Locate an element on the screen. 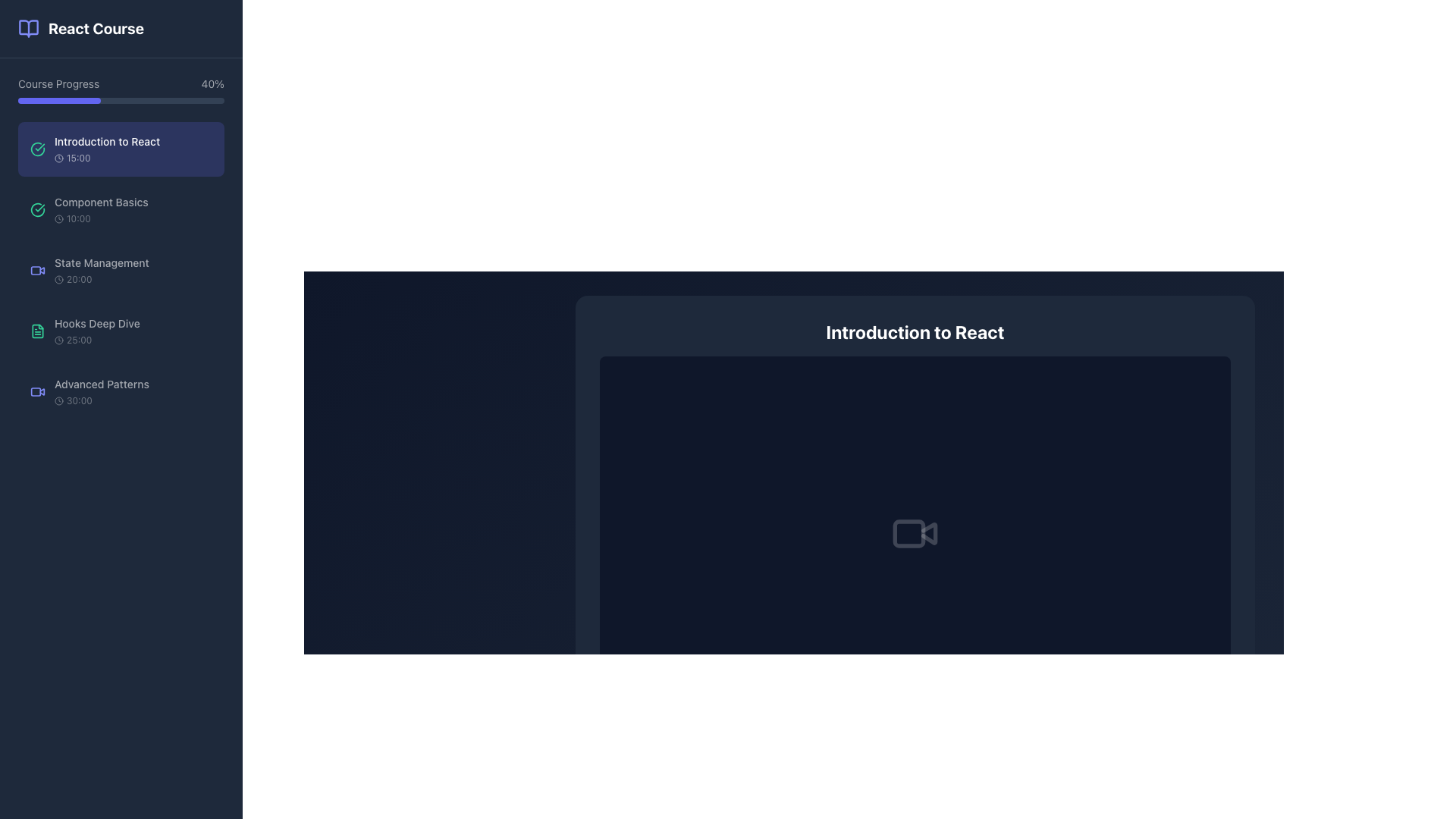  the progress bar located below the 'Course Progress' label and to the left of the '40%' text indicator, which has a dark gray background and a vibrant purple section representing approximately 40% progress is located at coordinates (120, 100).